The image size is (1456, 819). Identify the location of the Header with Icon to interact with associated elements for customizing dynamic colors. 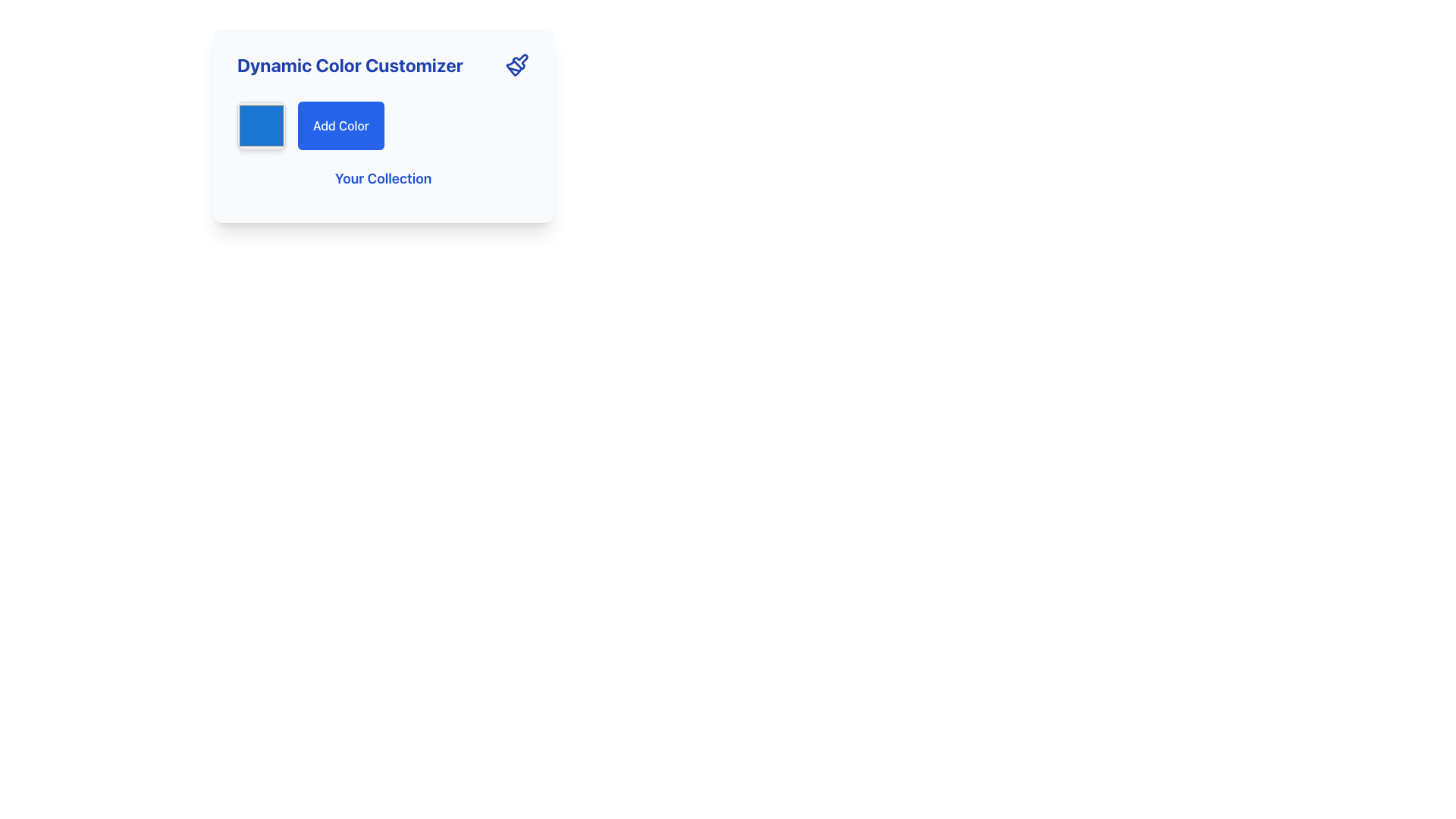
(383, 64).